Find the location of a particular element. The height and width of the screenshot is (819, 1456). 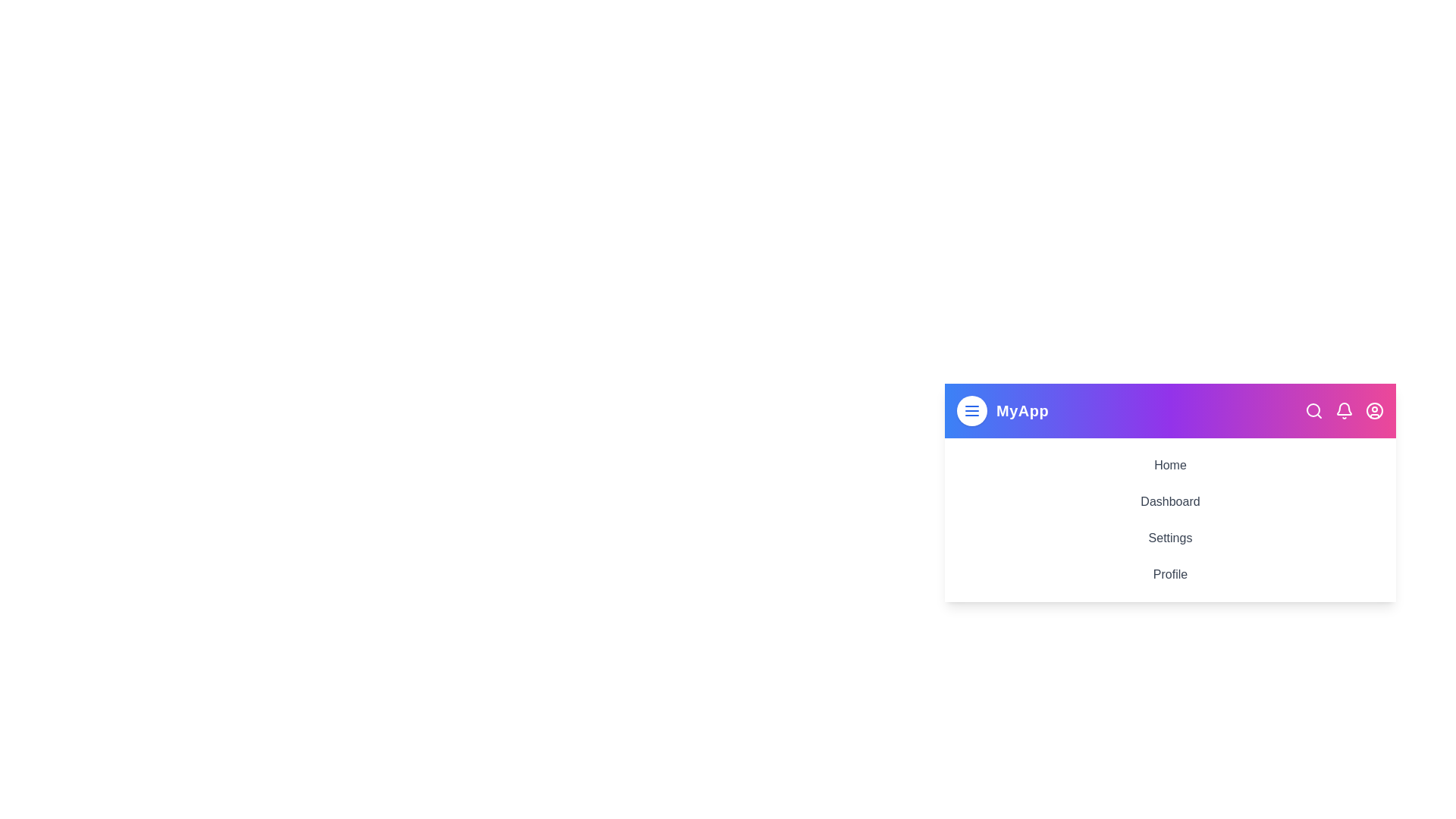

the user profile icon to open the user menu is located at coordinates (1375, 411).